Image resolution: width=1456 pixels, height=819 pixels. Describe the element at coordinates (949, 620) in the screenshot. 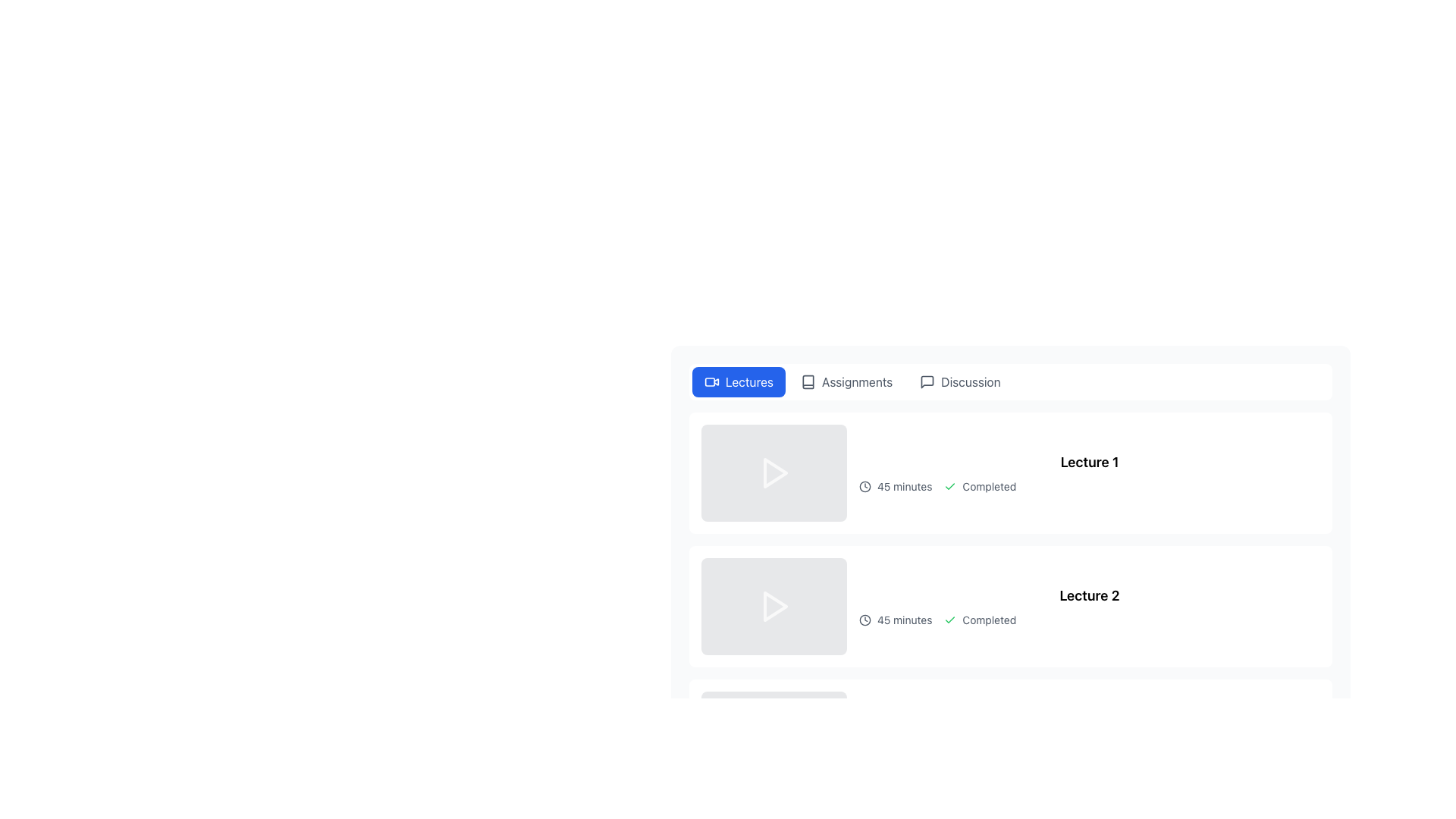

I see `the green checkmark icon located between the '45 minutes' and 'Completed' texts in the lecture information row for 'Lecture 1'` at that location.